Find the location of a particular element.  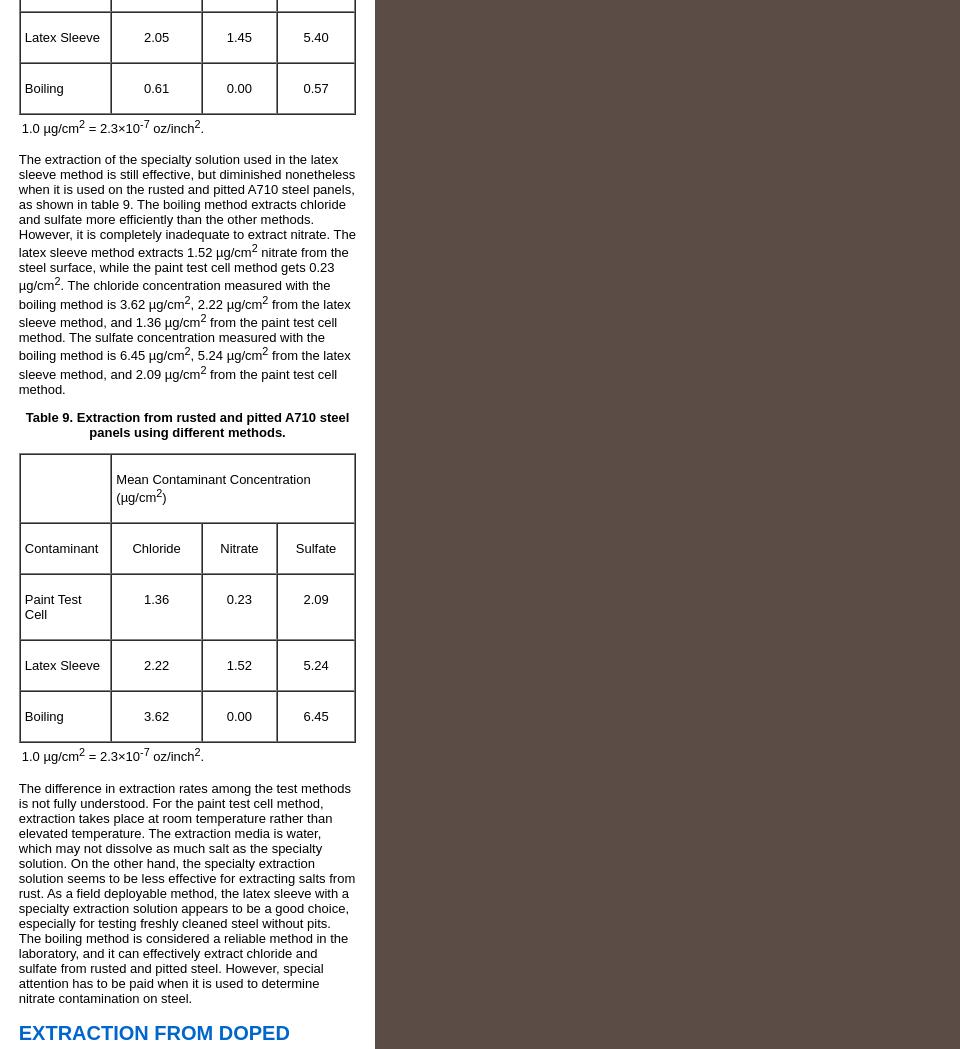

'5.24' is located at coordinates (315, 664).